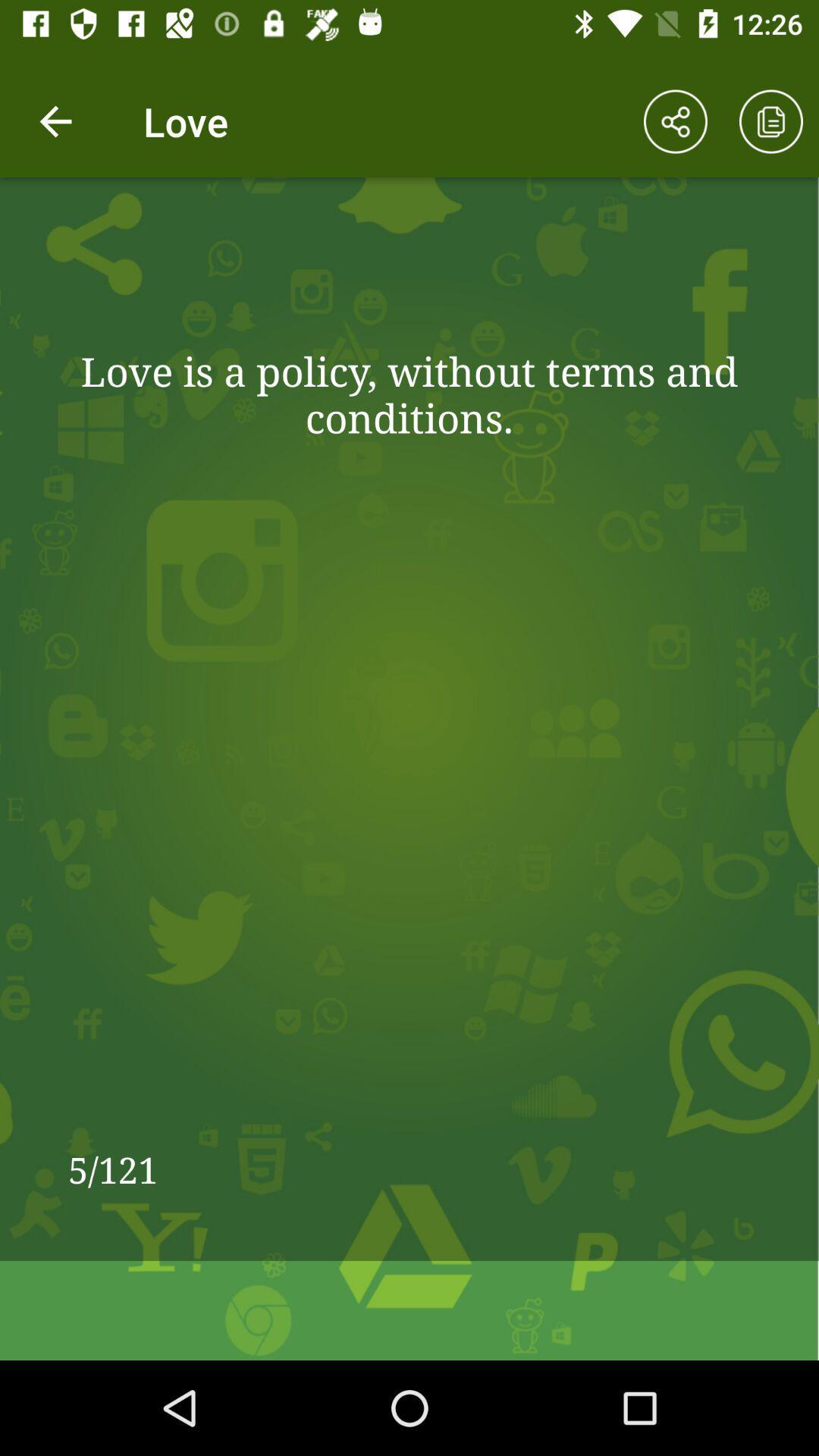 This screenshot has height=1456, width=819. What do you see at coordinates (771, 121) in the screenshot?
I see `screen selection` at bounding box center [771, 121].